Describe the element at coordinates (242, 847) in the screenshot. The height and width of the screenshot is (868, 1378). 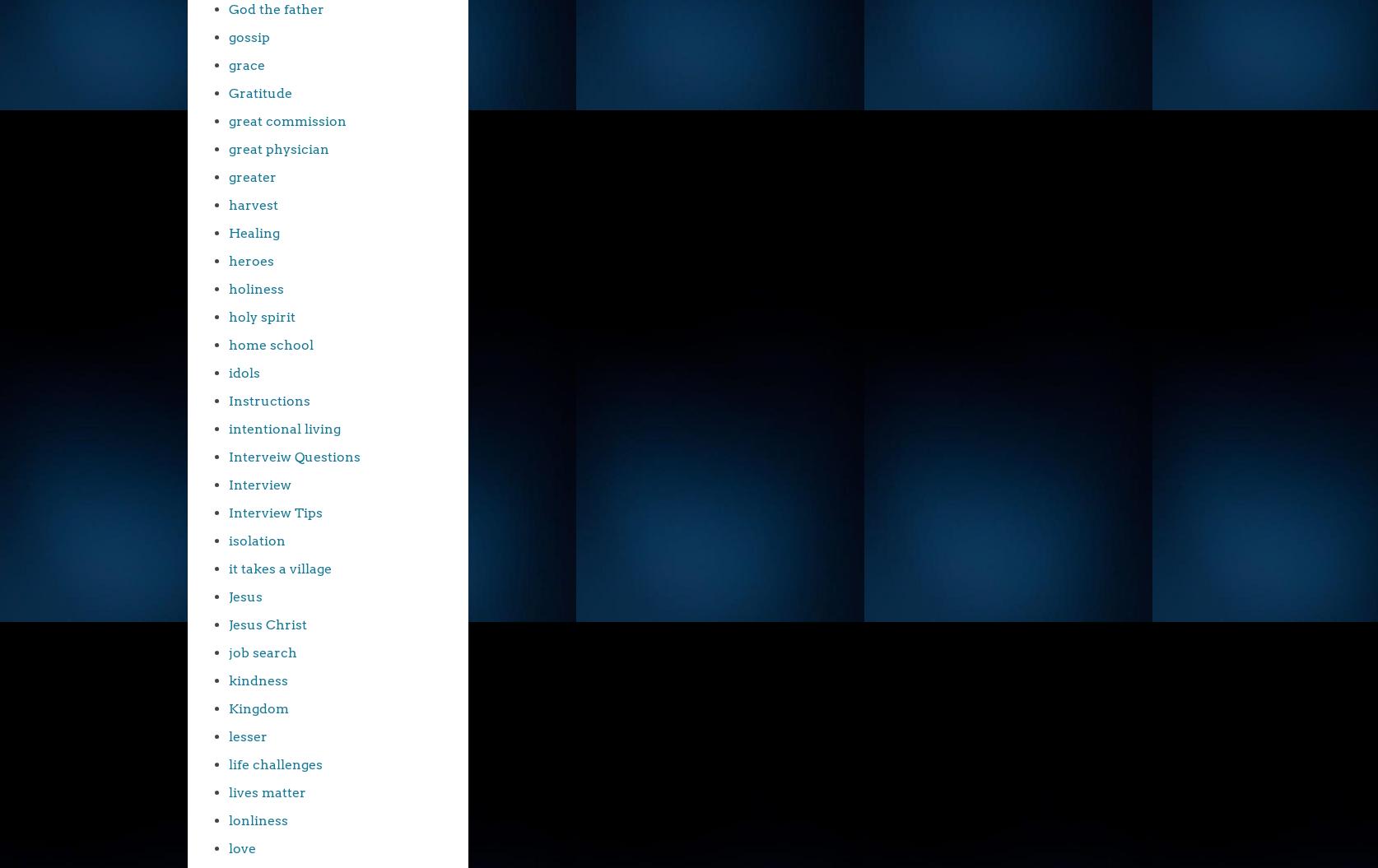
I see `'love'` at that location.